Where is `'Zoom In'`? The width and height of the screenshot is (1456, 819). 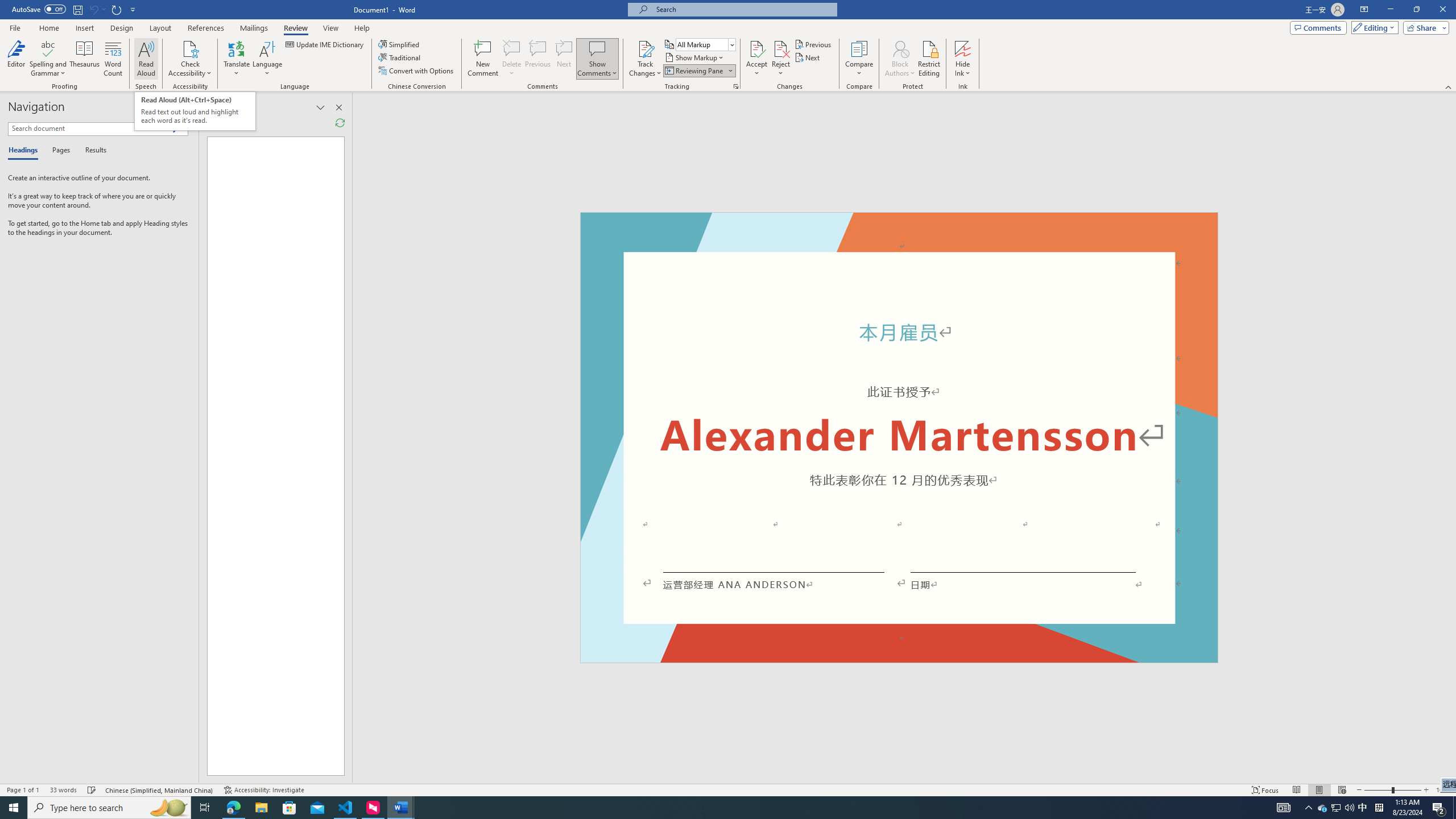
'Zoom In' is located at coordinates (1426, 790).